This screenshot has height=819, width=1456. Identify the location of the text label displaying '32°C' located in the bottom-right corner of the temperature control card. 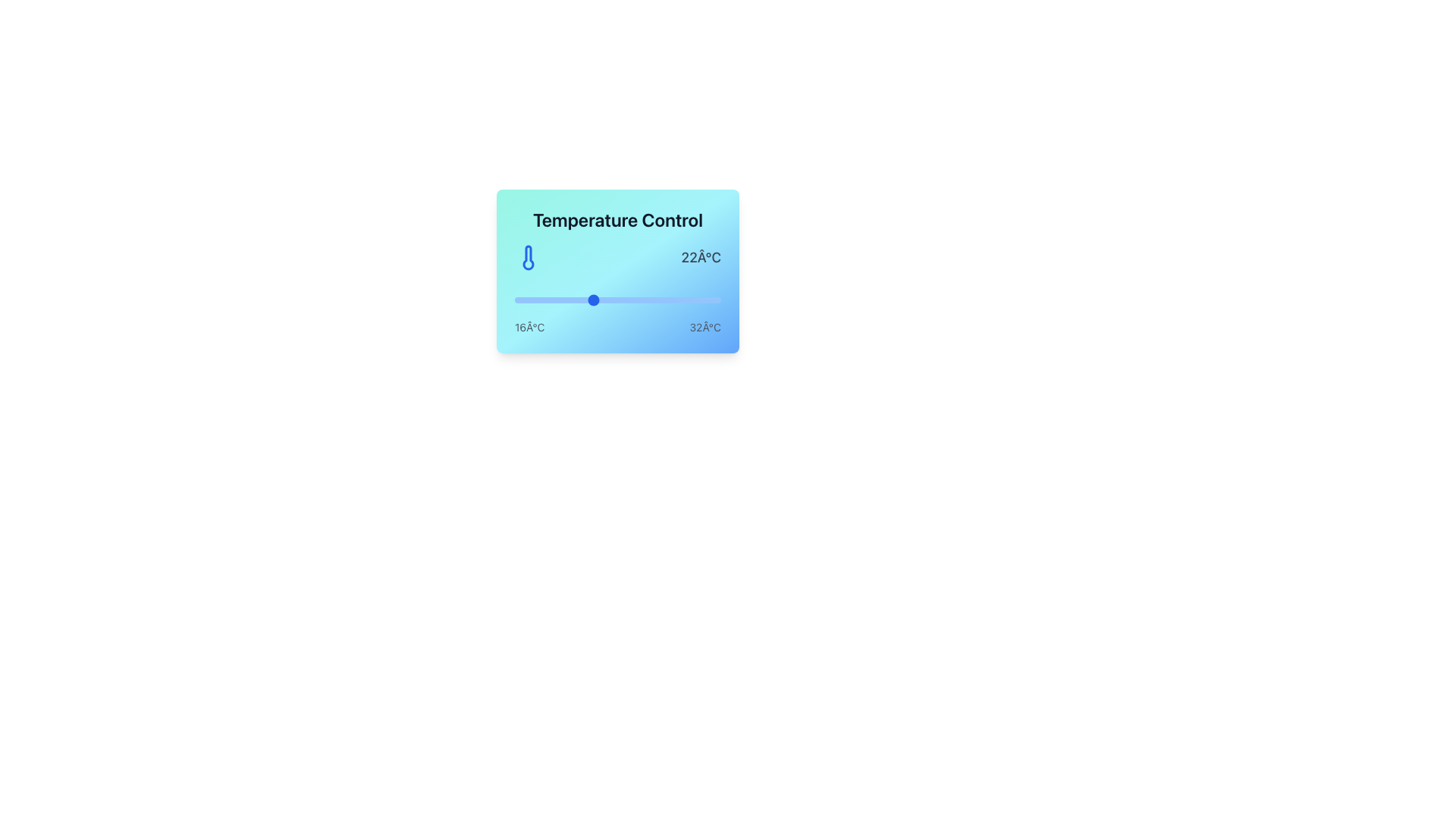
(704, 327).